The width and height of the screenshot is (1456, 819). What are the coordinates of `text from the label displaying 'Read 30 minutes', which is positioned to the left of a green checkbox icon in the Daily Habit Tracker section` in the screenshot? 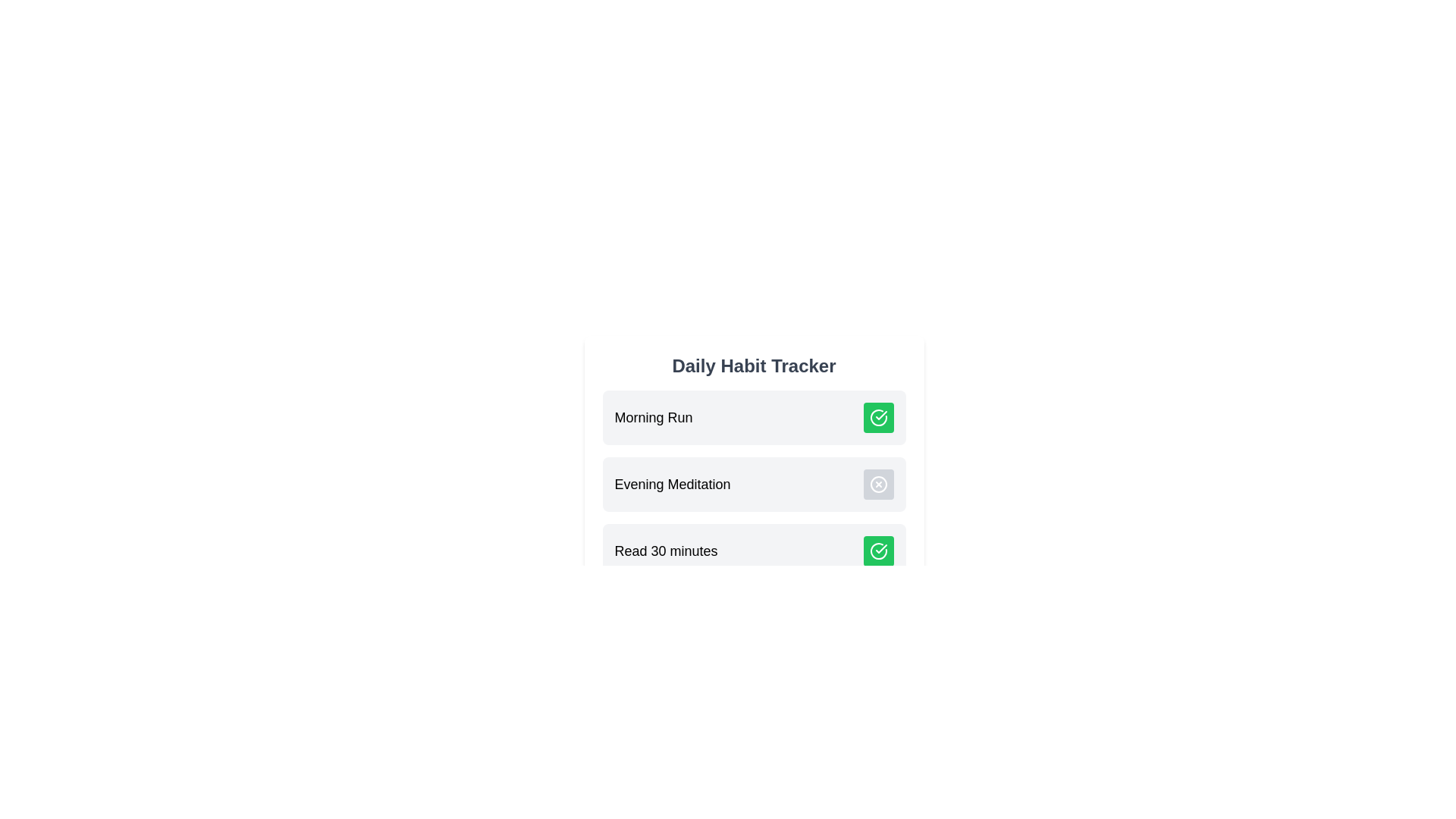 It's located at (666, 551).